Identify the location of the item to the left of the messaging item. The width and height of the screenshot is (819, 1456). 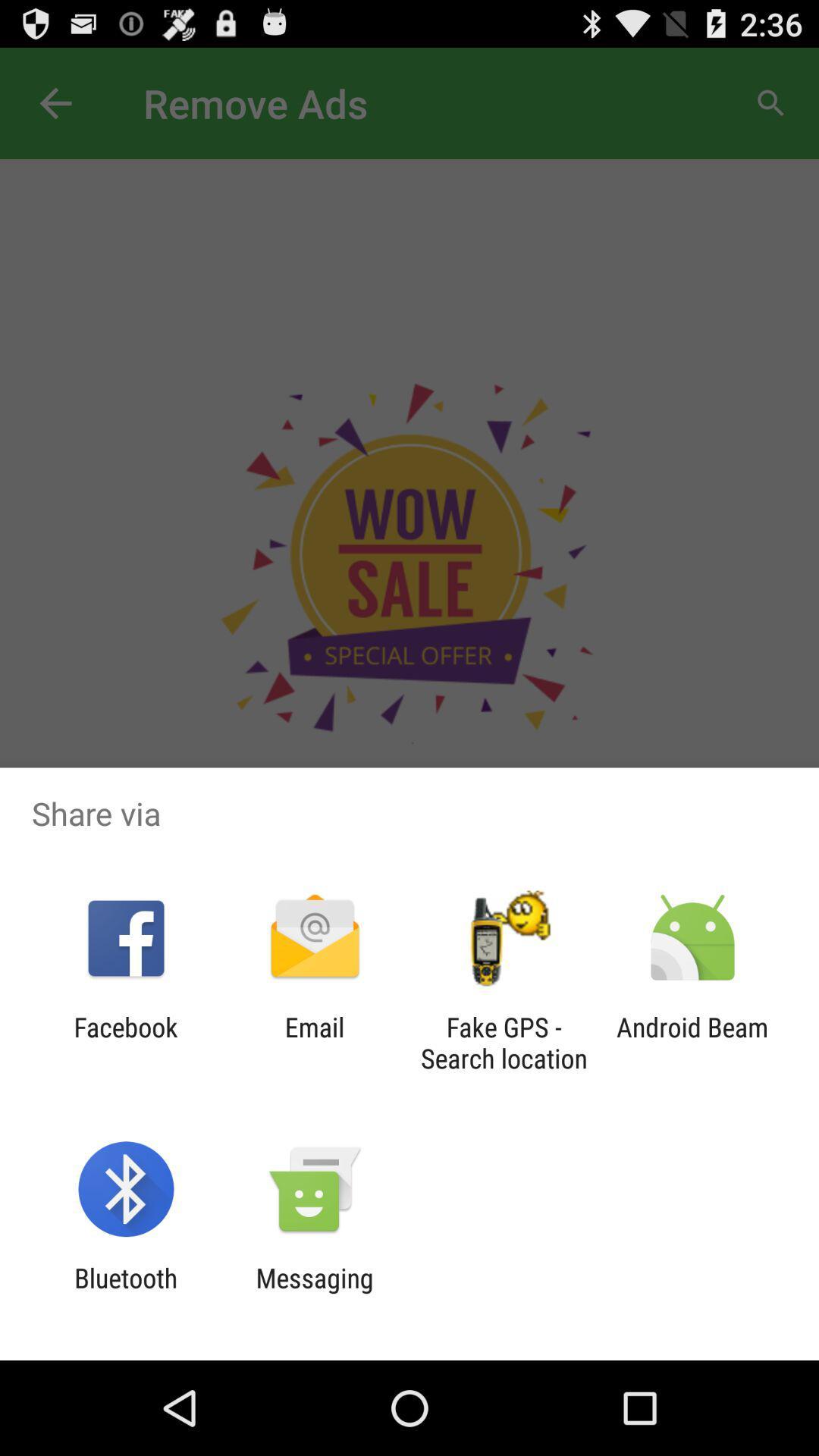
(125, 1293).